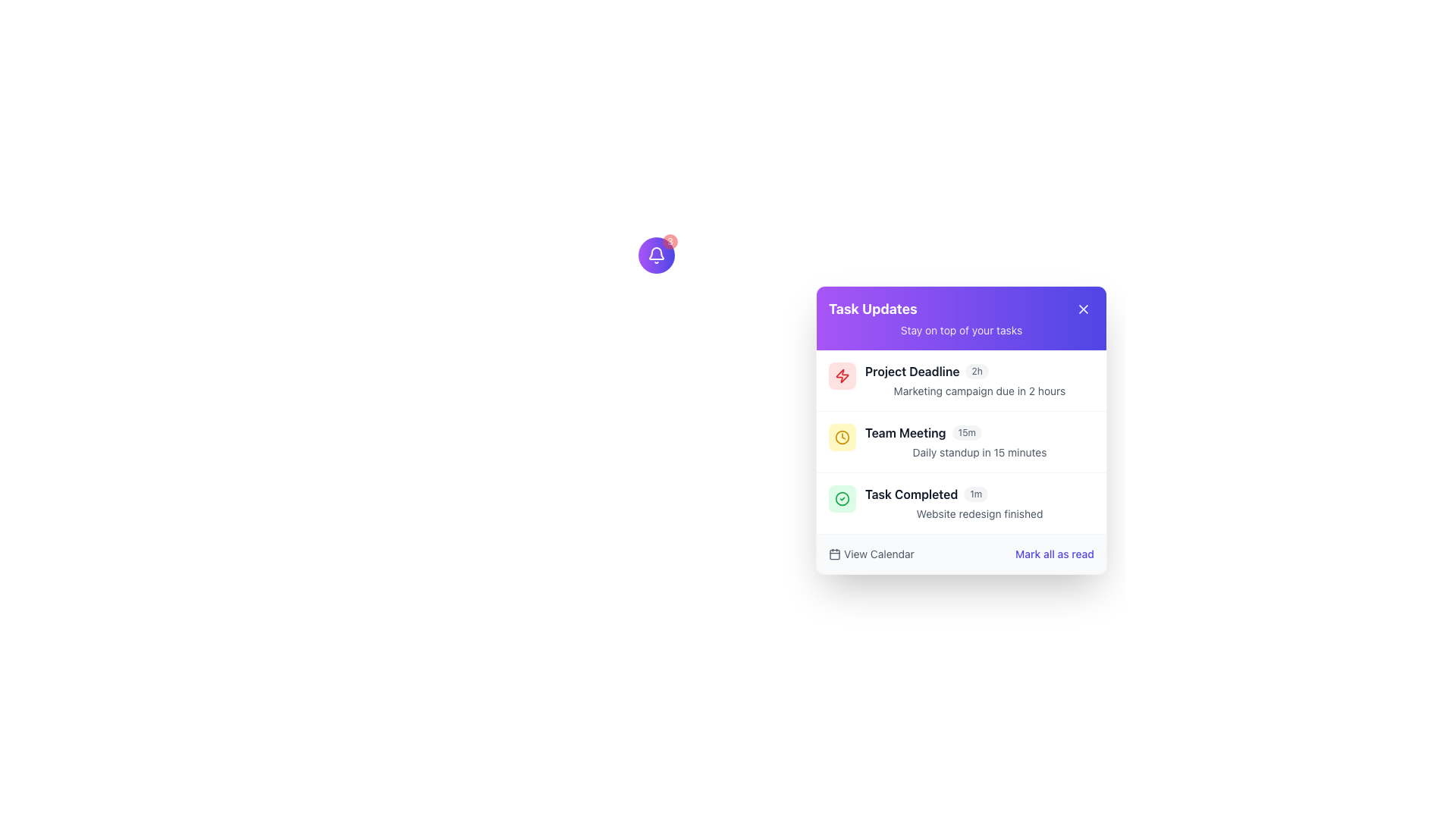 This screenshot has height=819, width=1456. What do you see at coordinates (960, 503) in the screenshot?
I see `the notification entry displaying 'Task Completed' with a green checkmark icon, located as the third item in the notification panel` at bounding box center [960, 503].